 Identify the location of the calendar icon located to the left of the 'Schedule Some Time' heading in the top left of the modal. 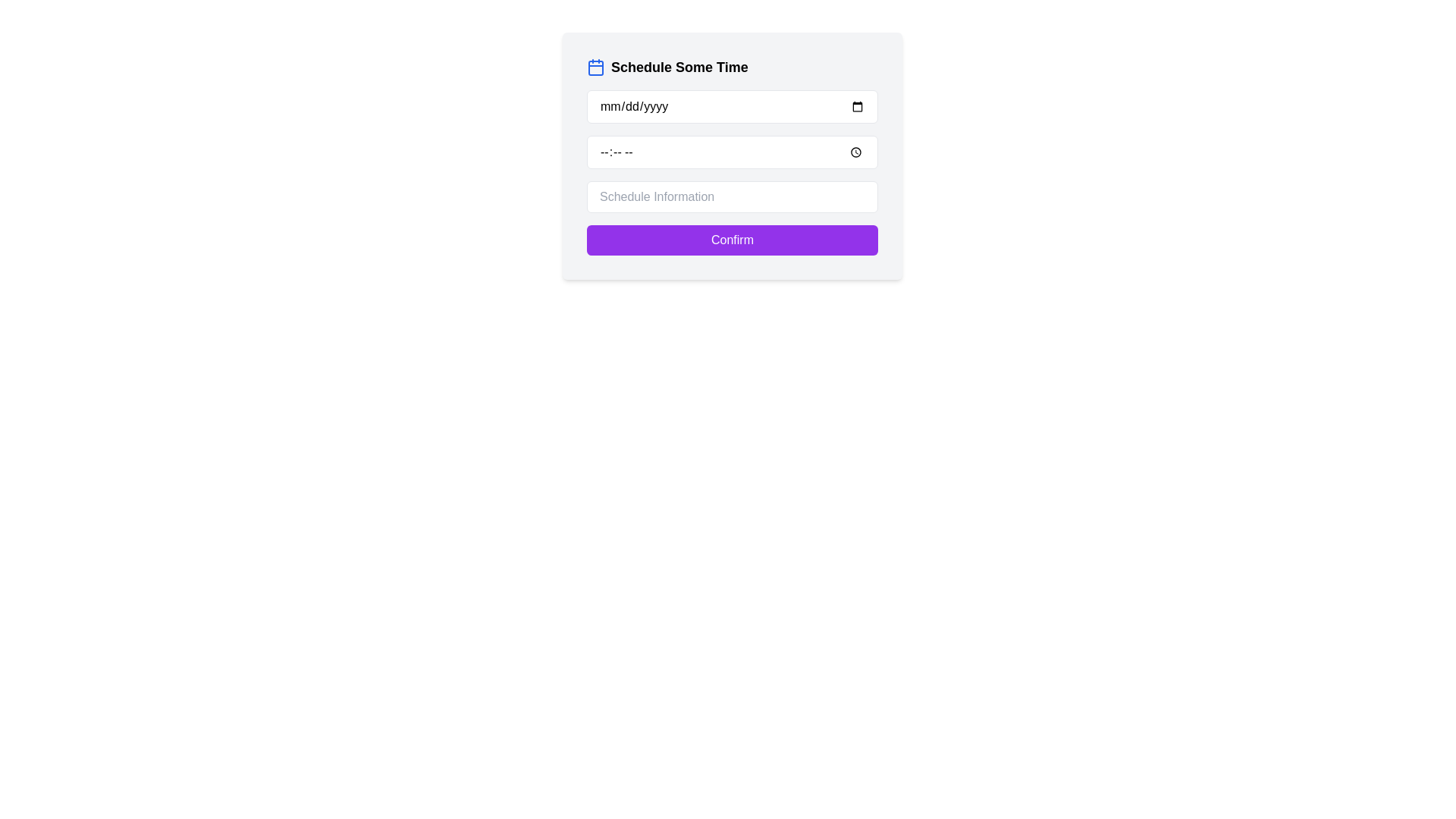
(595, 66).